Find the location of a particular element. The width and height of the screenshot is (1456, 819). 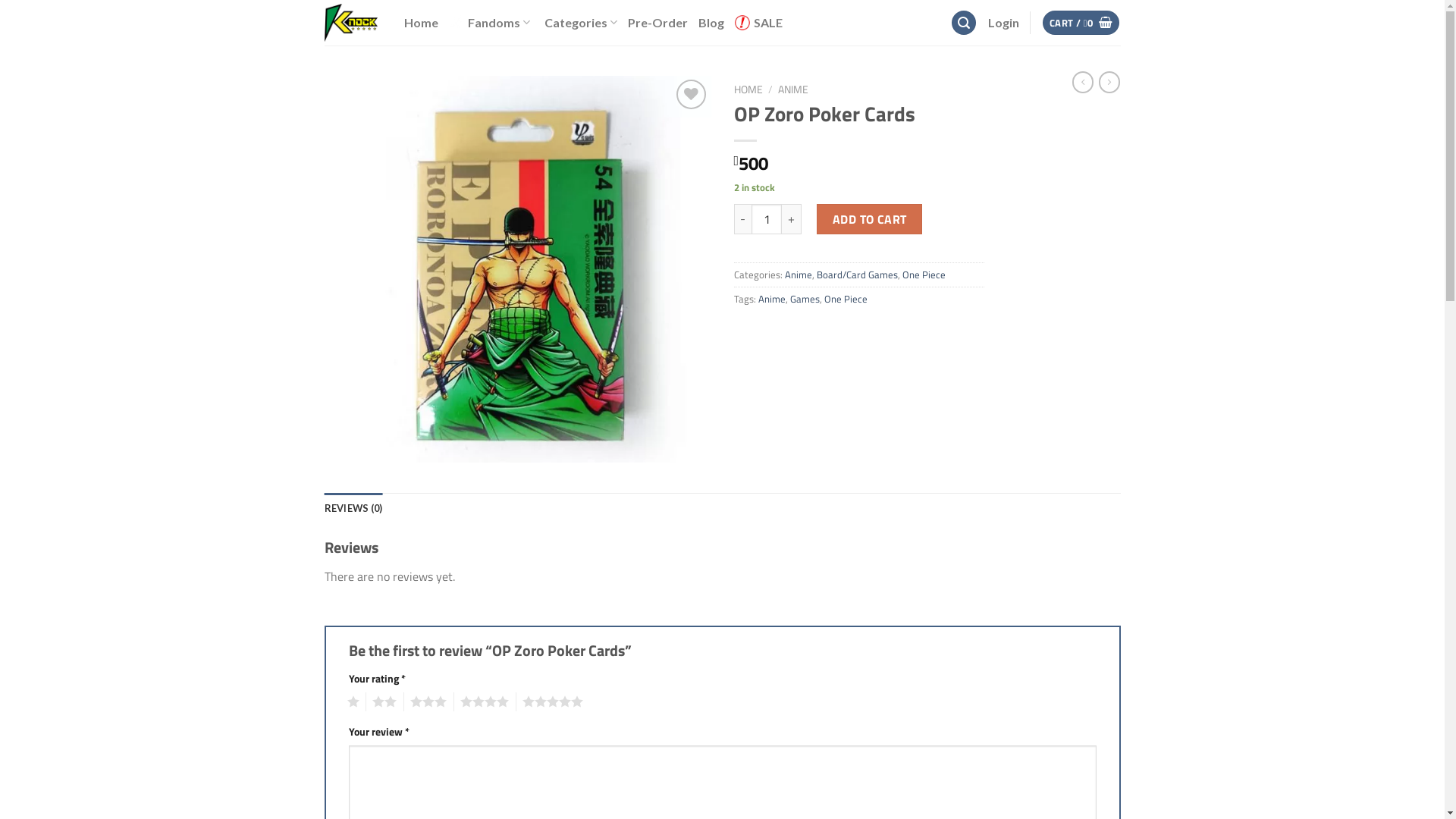

'REVIEWS (0)' is located at coordinates (323, 508).